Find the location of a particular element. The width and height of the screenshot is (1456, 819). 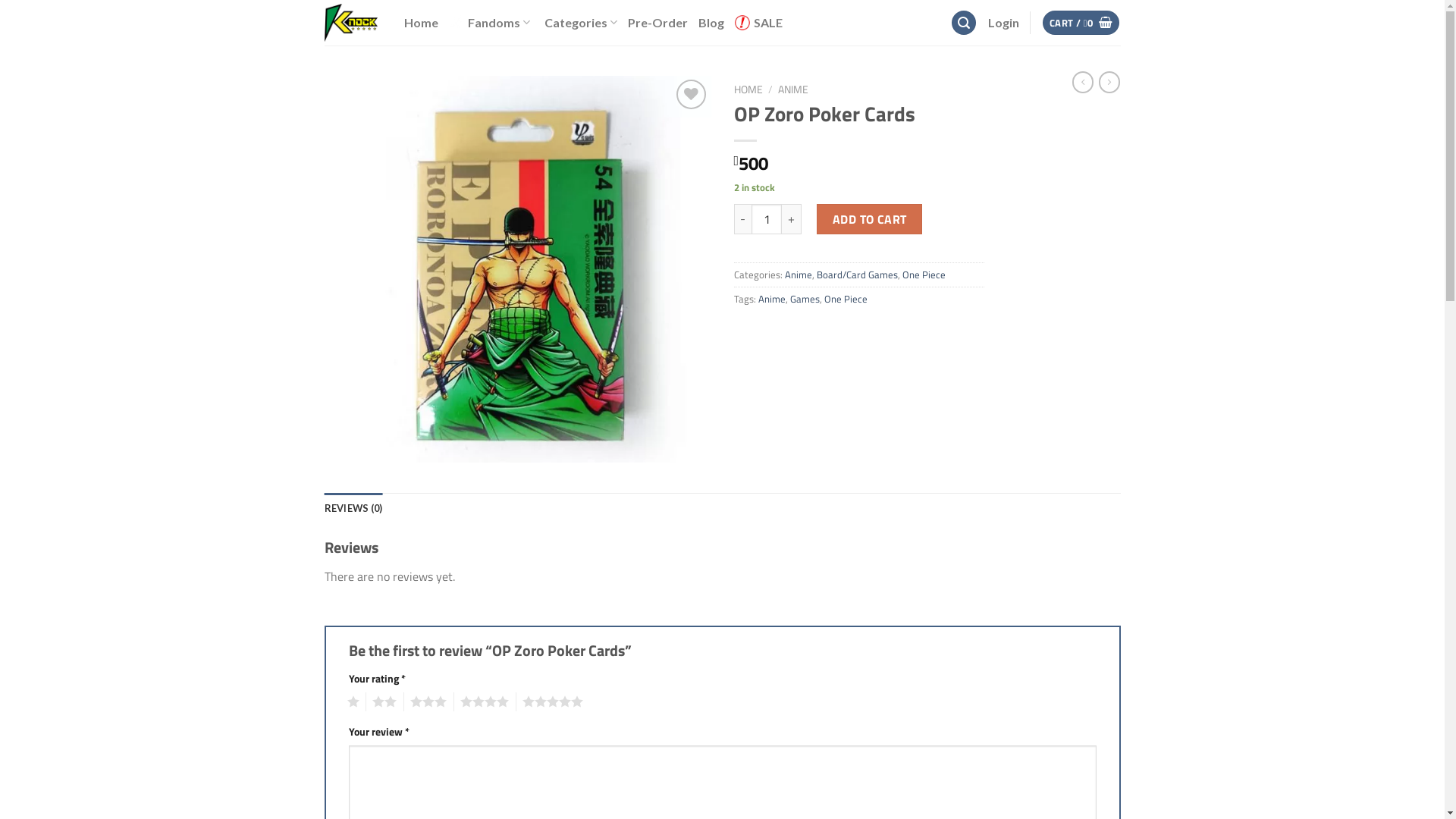

'REVIEWS (0)' is located at coordinates (323, 508).